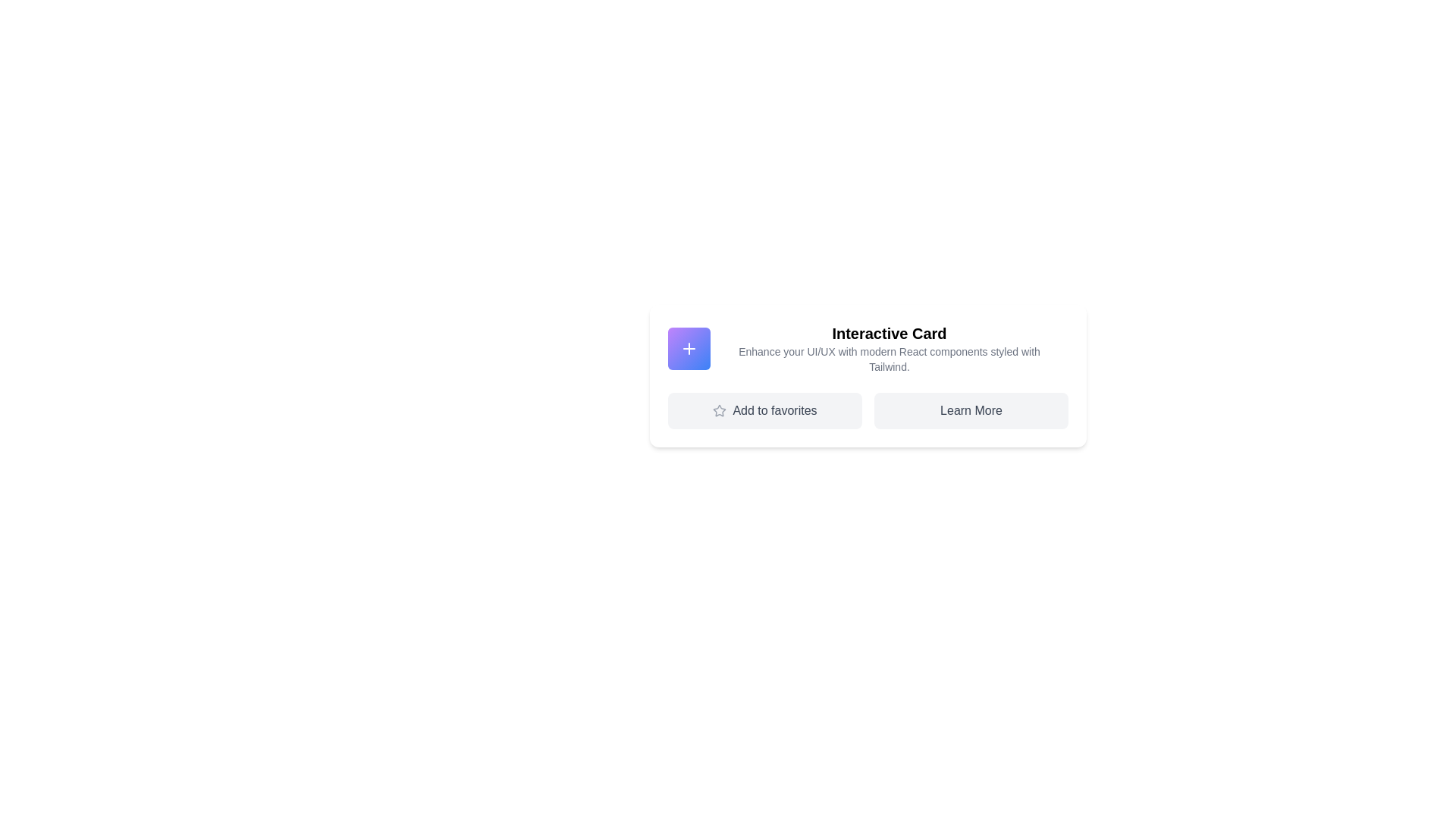 The height and width of the screenshot is (819, 1456). Describe the element at coordinates (719, 411) in the screenshot. I see `the star-shaped icon with gray edges that is positioned immediately to the left of the 'Add to favorites' text, forming part of the button at the bottom-left of the card interface` at that location.